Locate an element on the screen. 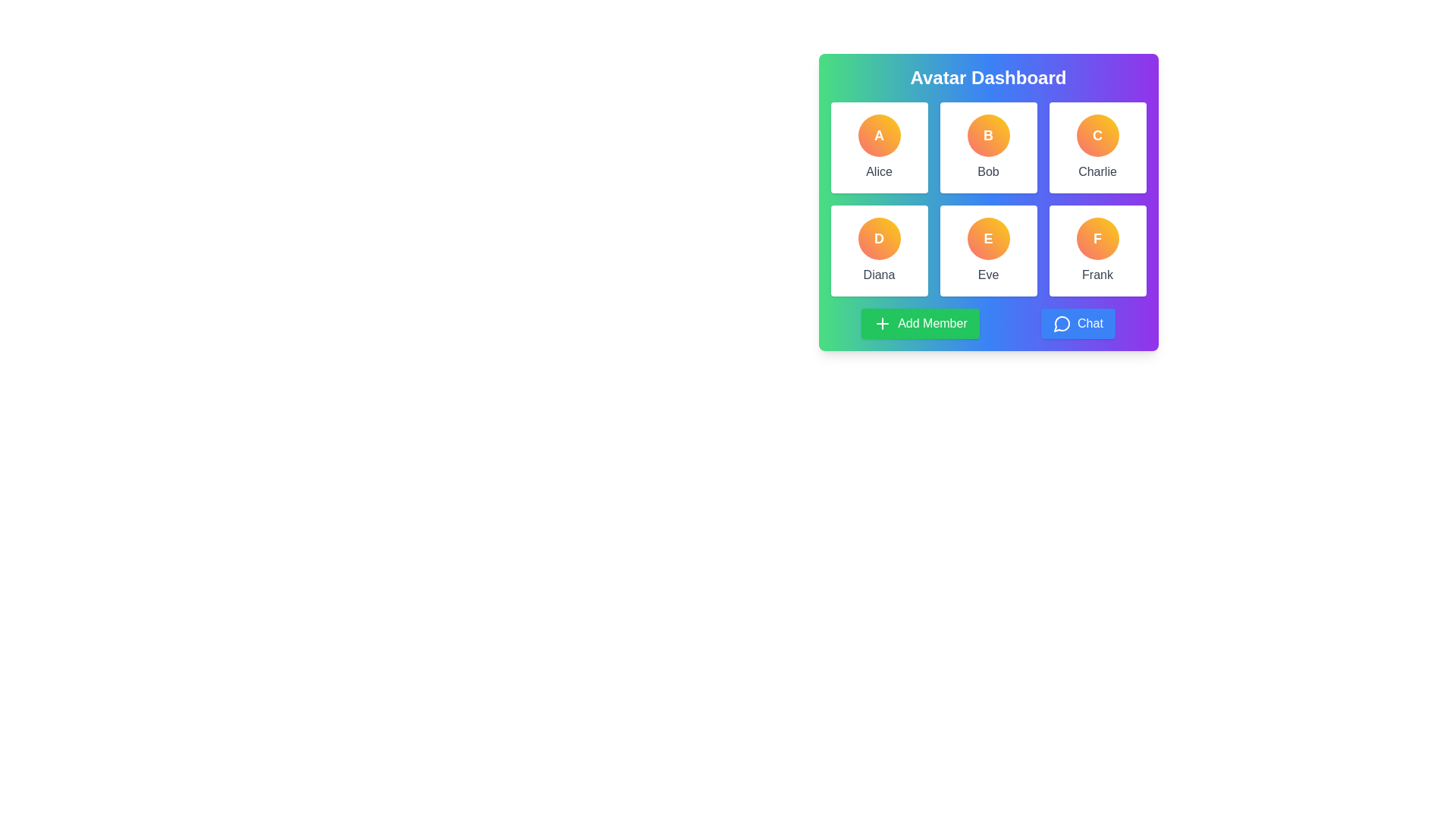 The image size is (1456, 819). the circular badge with a gradient background transitioning from yellow to red, featuring the letter 'B' in bold white font, located in the Avatar Dashboard panel is located at coordinates (988, 134).